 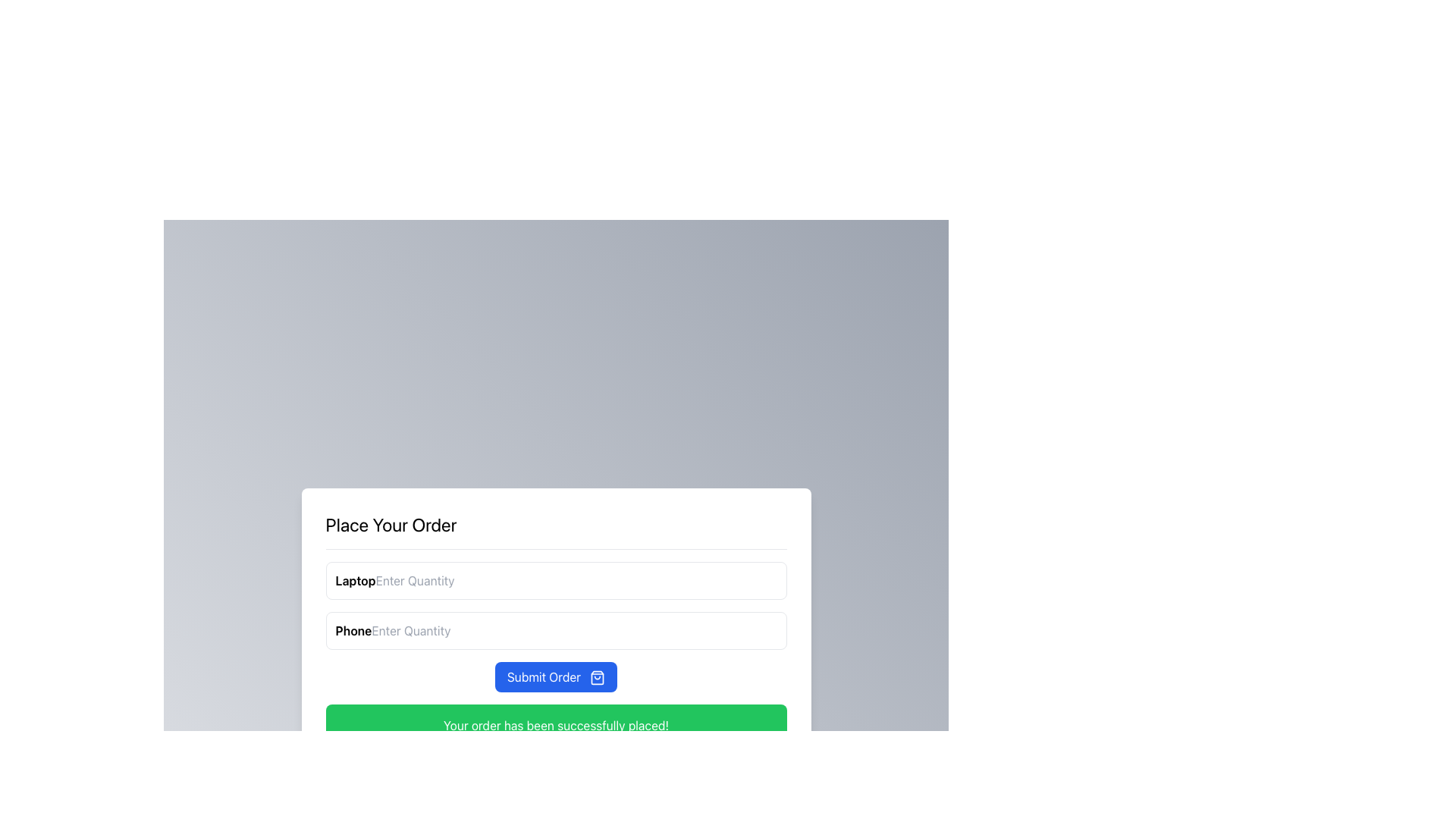 What do you see at coordinates (391, 523) in the screenshot?
I see `attention on the 'Place Your Order' text header to prompt the user to fill in the subsequent fields` at bounding box center [391, 523].